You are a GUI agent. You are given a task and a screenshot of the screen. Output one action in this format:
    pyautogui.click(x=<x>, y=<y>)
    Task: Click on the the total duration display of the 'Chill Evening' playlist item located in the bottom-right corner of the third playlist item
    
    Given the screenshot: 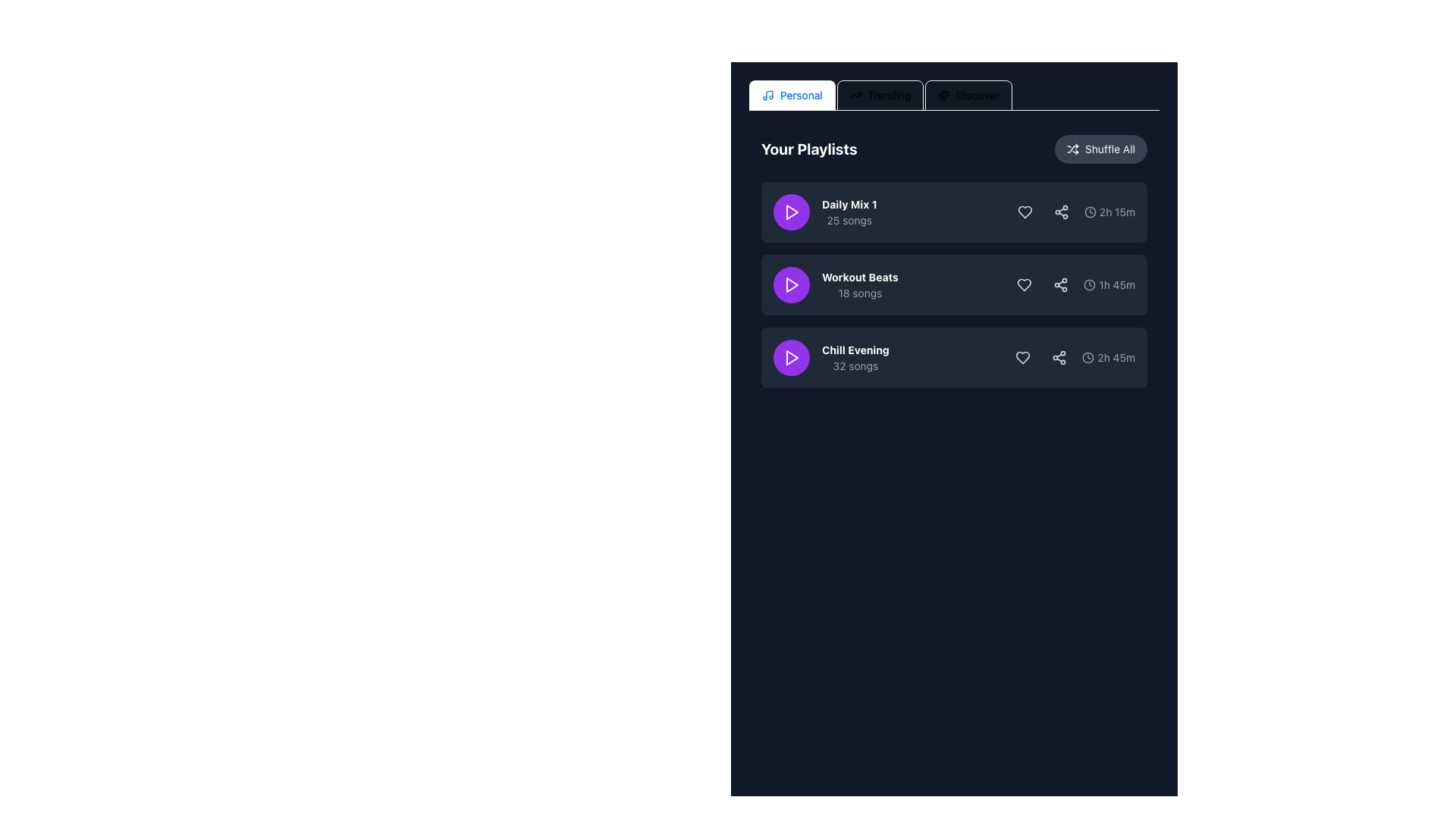 What is the action you would take?
    pyautogui.click(x=1109, y=357)
    